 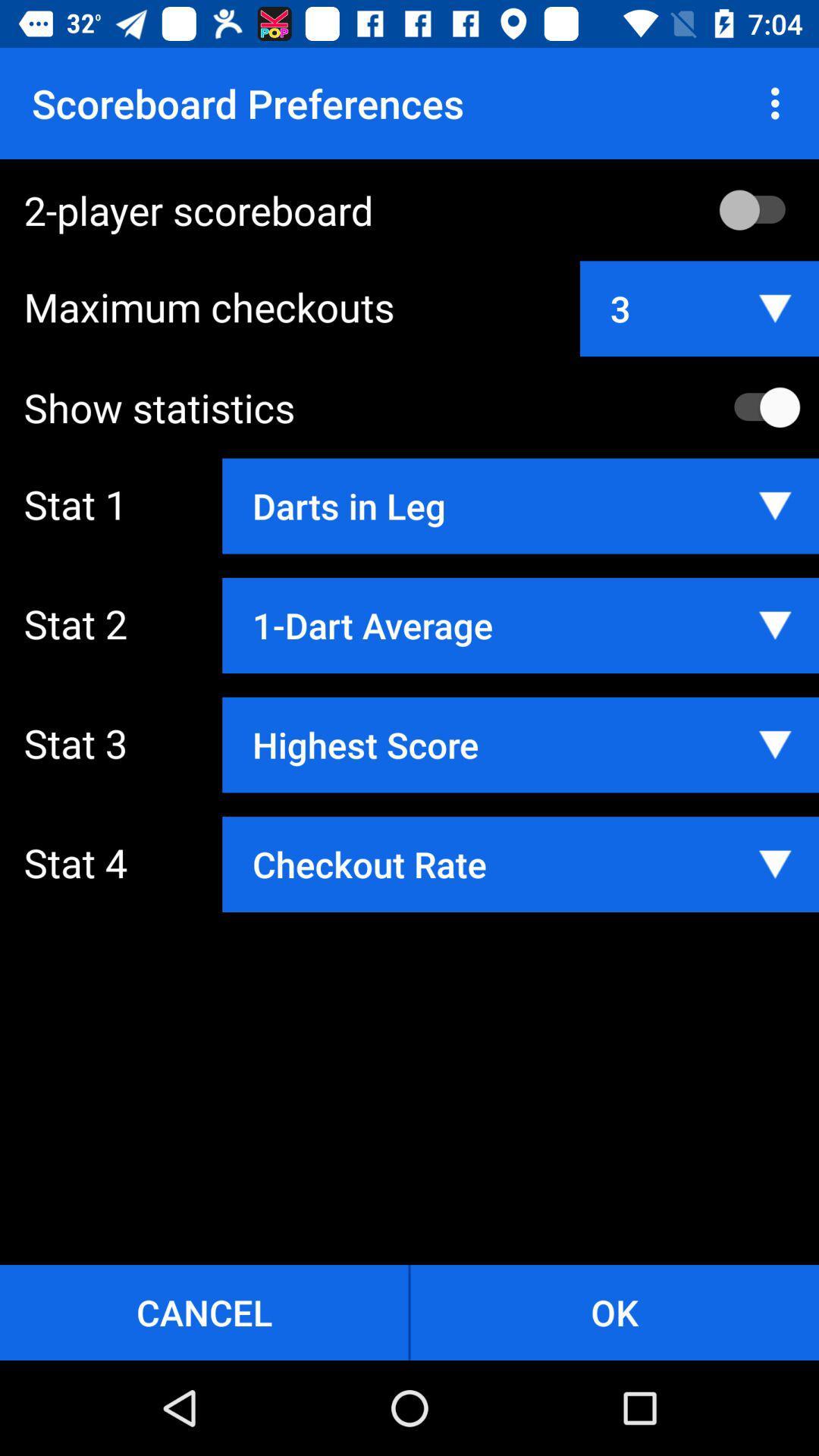 I want to click on the checkout rate icon, so click(x=519, y=864).